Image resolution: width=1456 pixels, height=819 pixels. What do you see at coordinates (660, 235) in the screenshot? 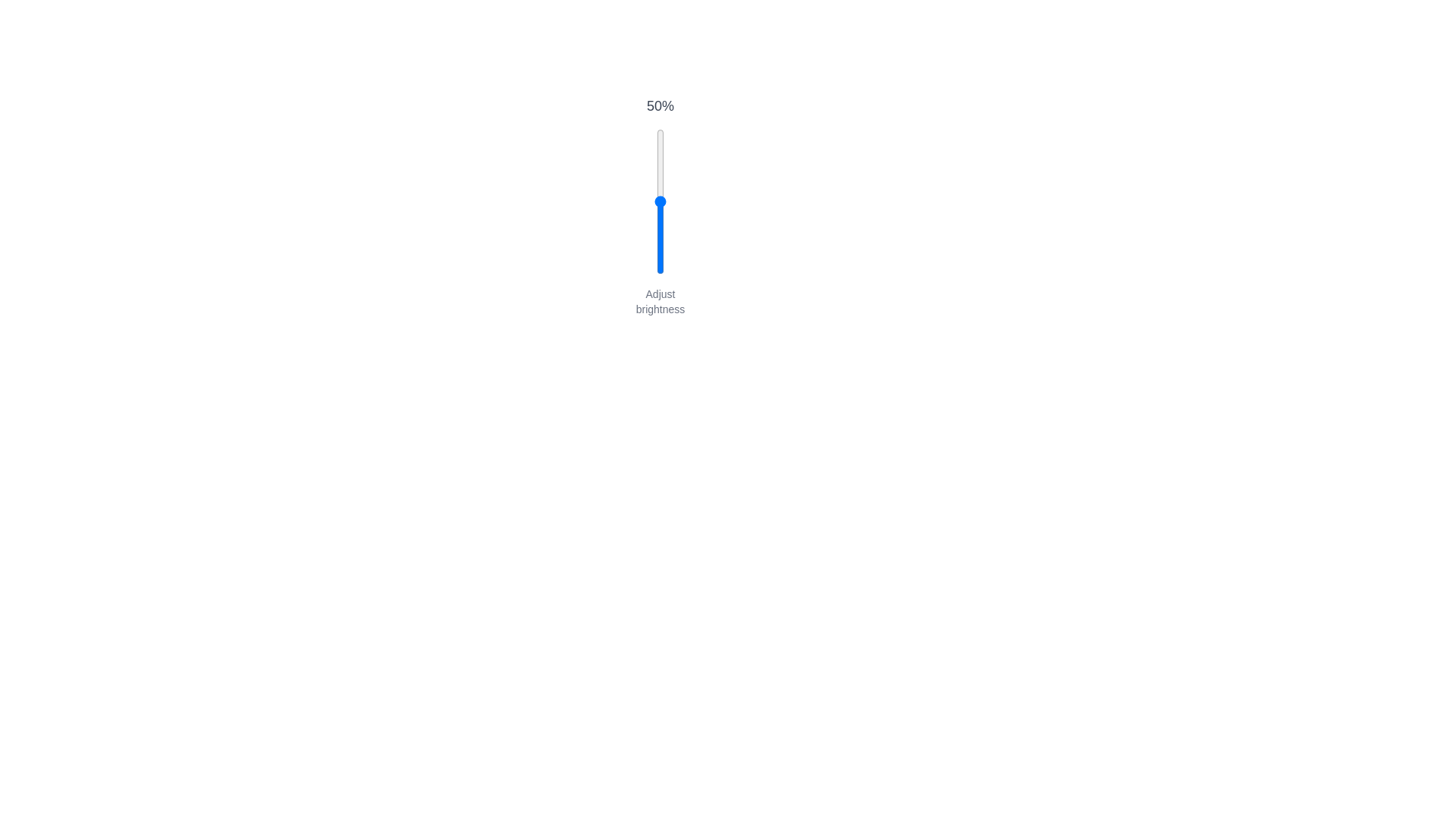
I see `brightness` at bounding box center [660, 235].